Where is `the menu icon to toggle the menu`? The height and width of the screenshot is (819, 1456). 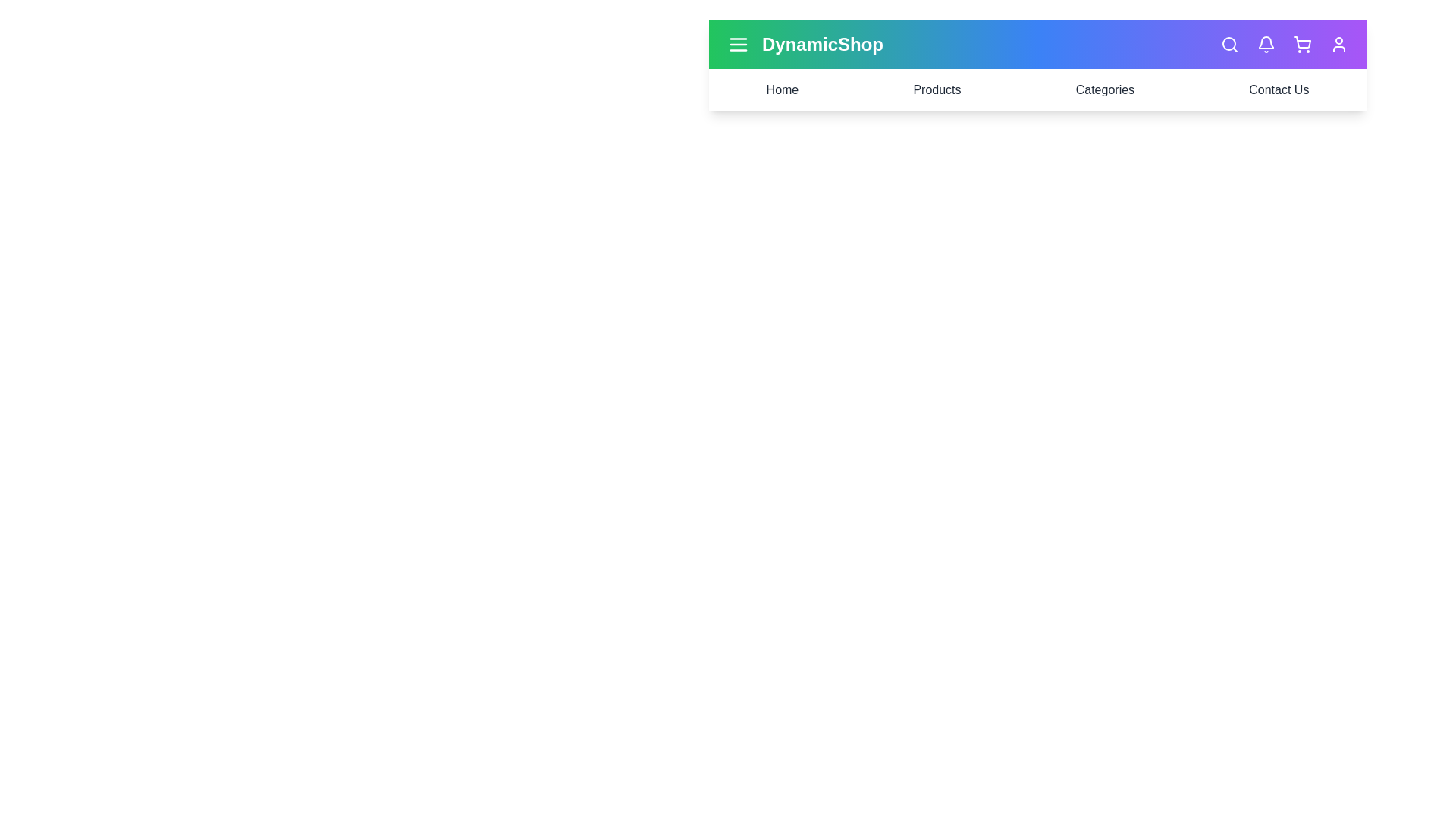
the menu icon to toggle the menu is located at coordinates (739, 43).